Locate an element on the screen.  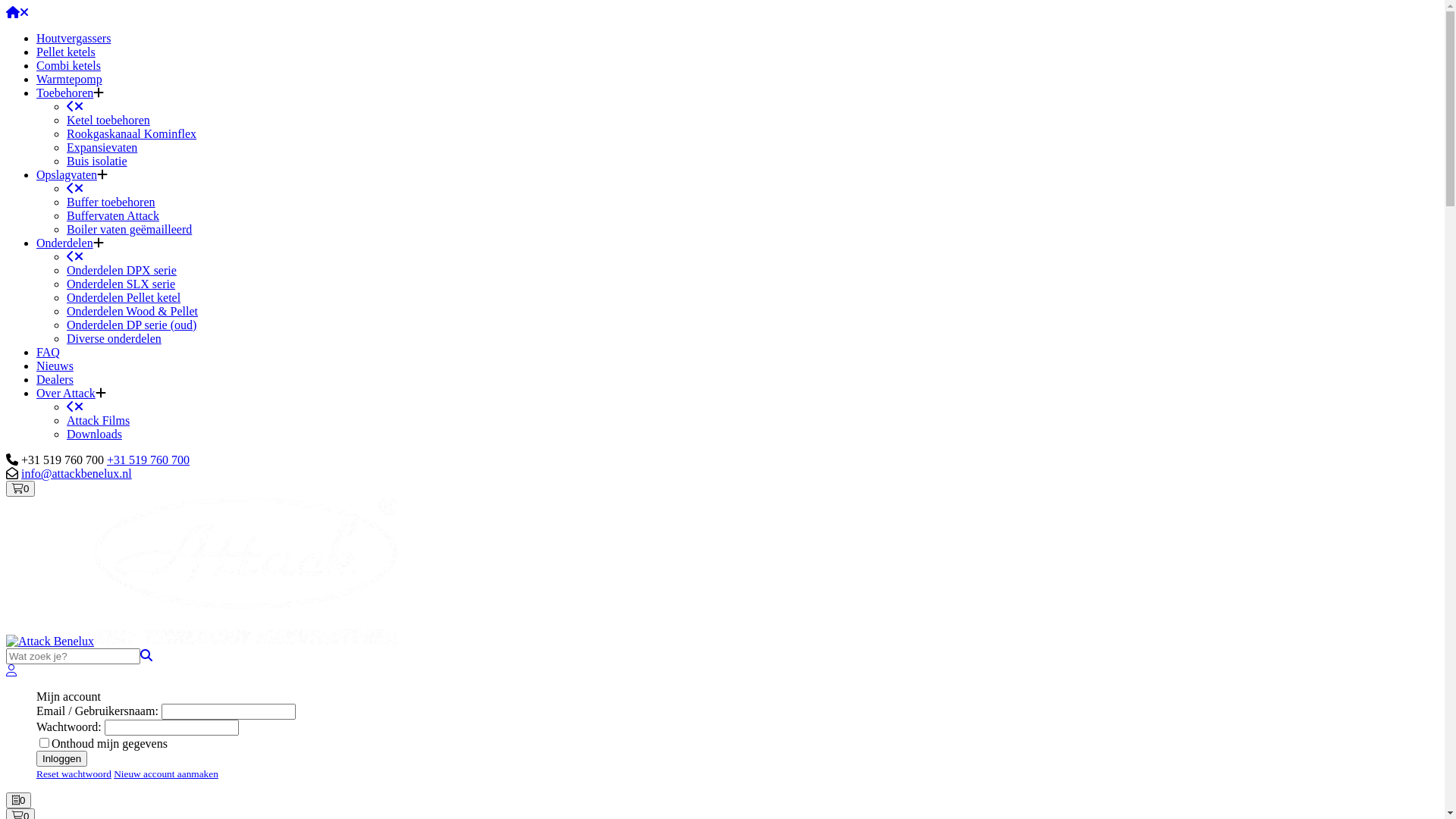
'Onderdelen SLX serie' is located at coordinates (120, 284).